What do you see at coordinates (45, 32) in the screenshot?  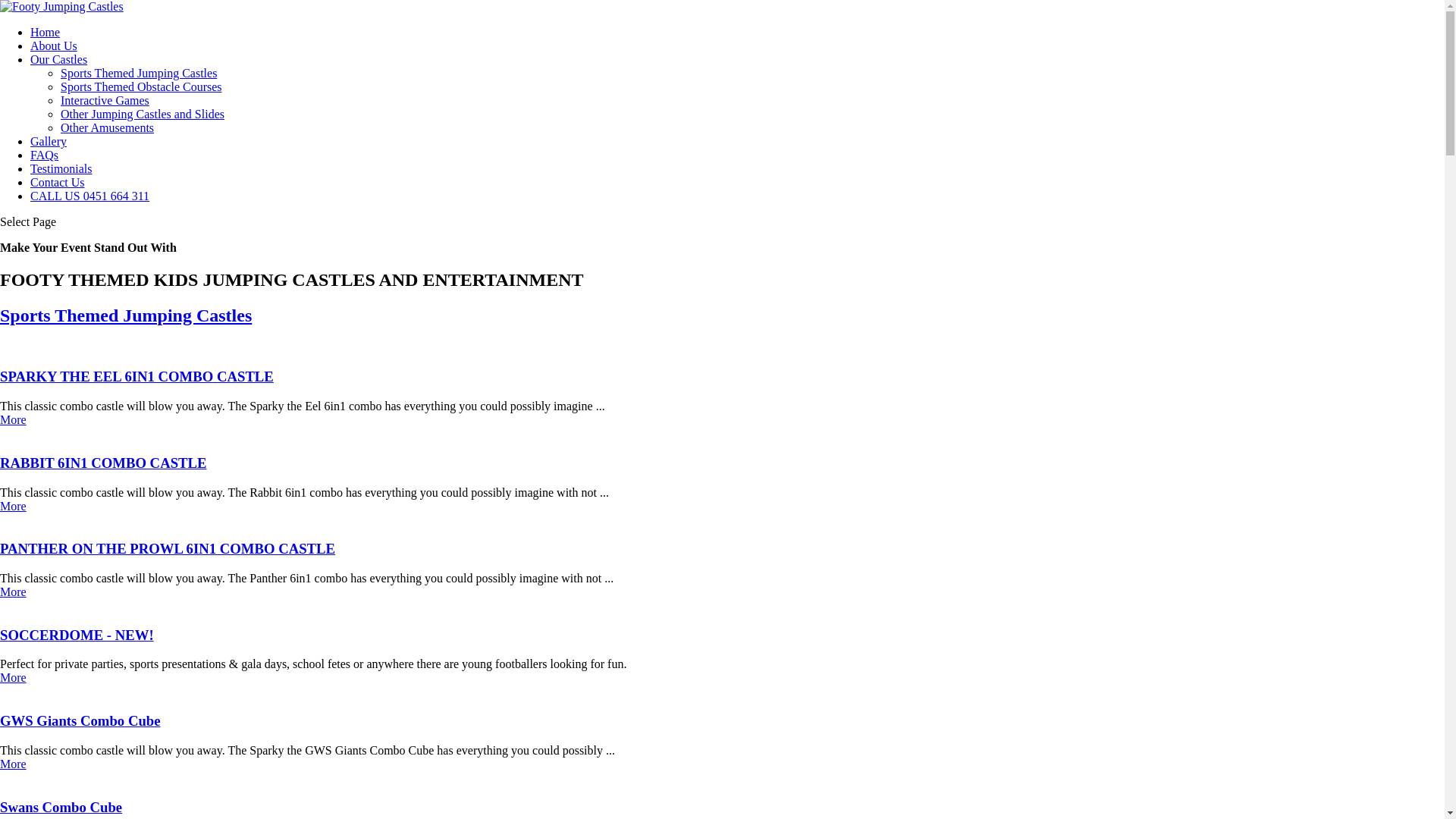 I see `'Home'` at bounding box center [45, 32].